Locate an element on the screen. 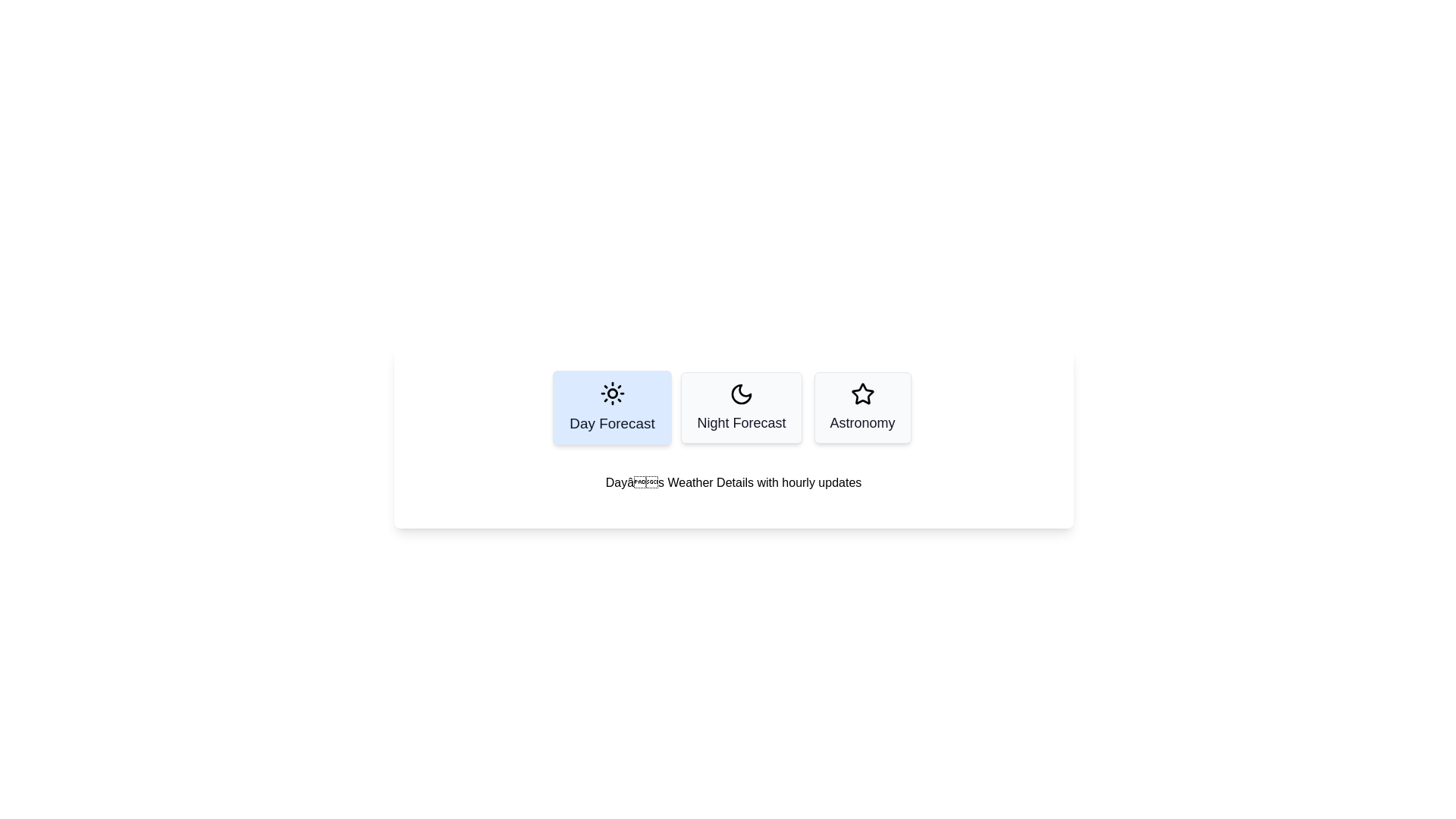 Image resolution: width=1456 pixels, height=819 pixels. the Astronomy tab by clicking on its button is located at coordinates (862, 406).